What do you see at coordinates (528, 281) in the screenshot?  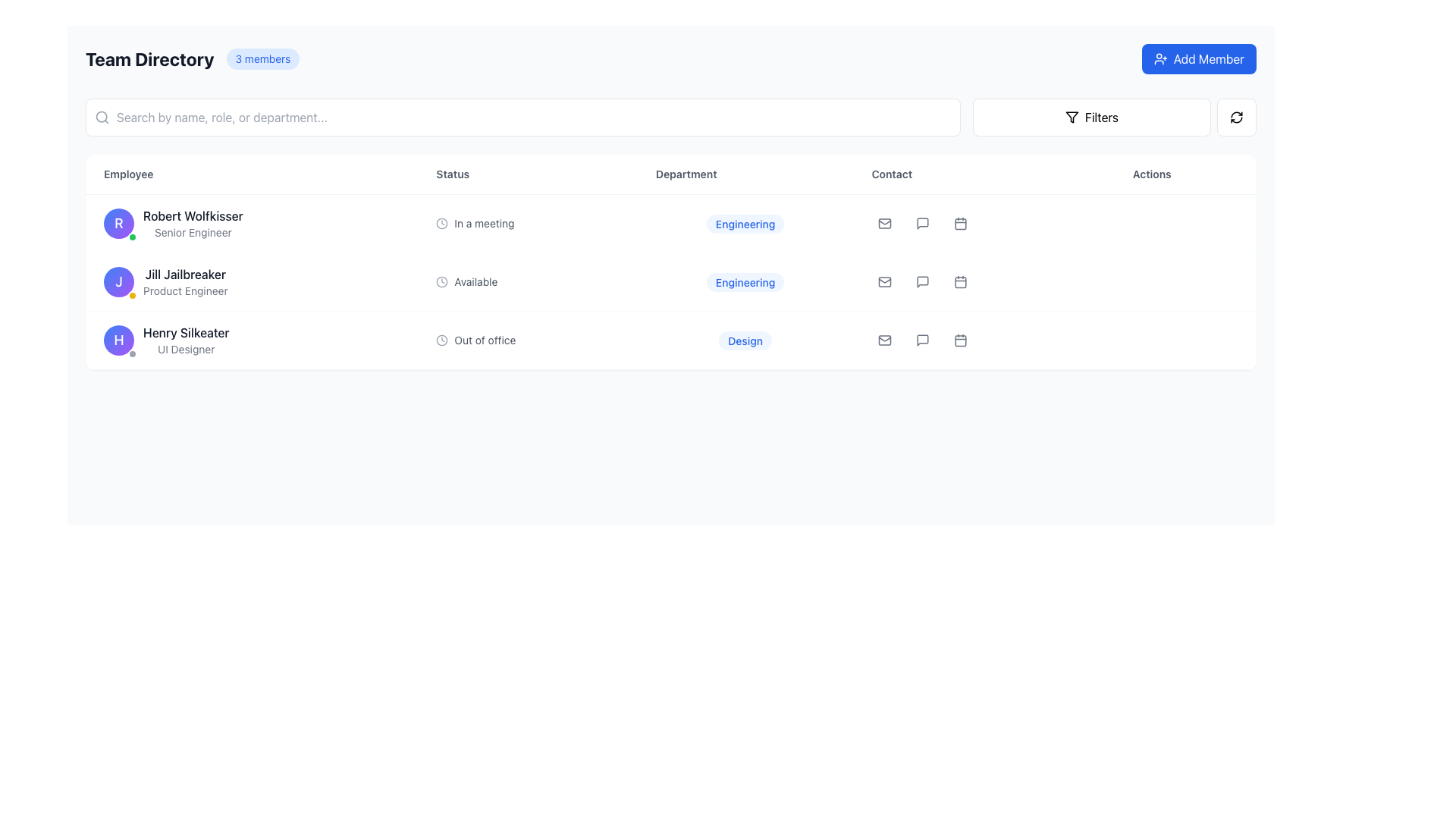 I see `the availability status indicator for employee 'Jill Jailbreaker' in the 'Status' column of the team directory table` at bounding box center [528, 281].